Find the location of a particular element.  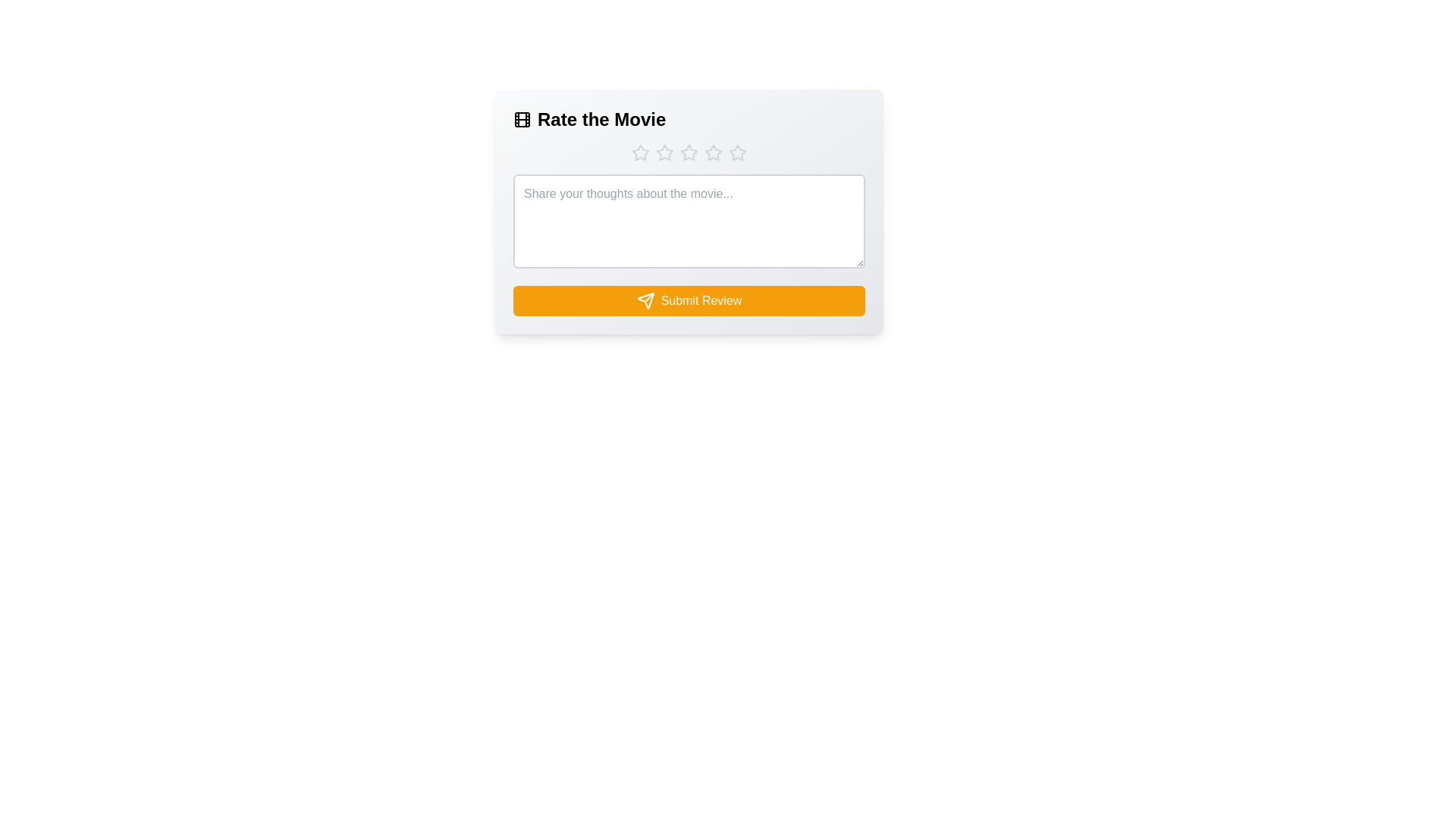

the movie rating to 5 stars by clicking on the corresponding star is located at coordinates (738, 152).